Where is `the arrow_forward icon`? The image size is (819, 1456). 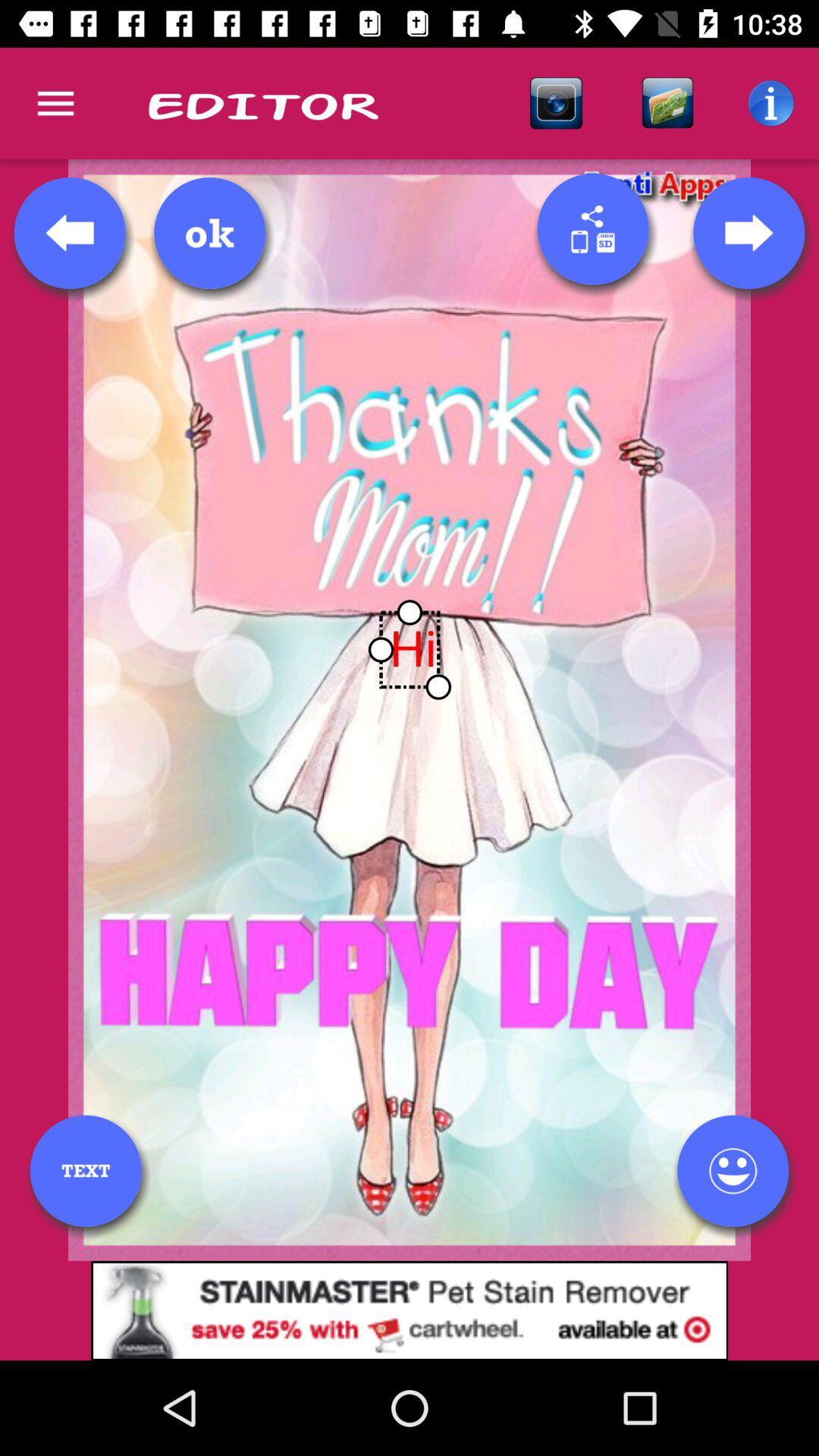
the arrow_forward icon is located at coordinates (748, 232).